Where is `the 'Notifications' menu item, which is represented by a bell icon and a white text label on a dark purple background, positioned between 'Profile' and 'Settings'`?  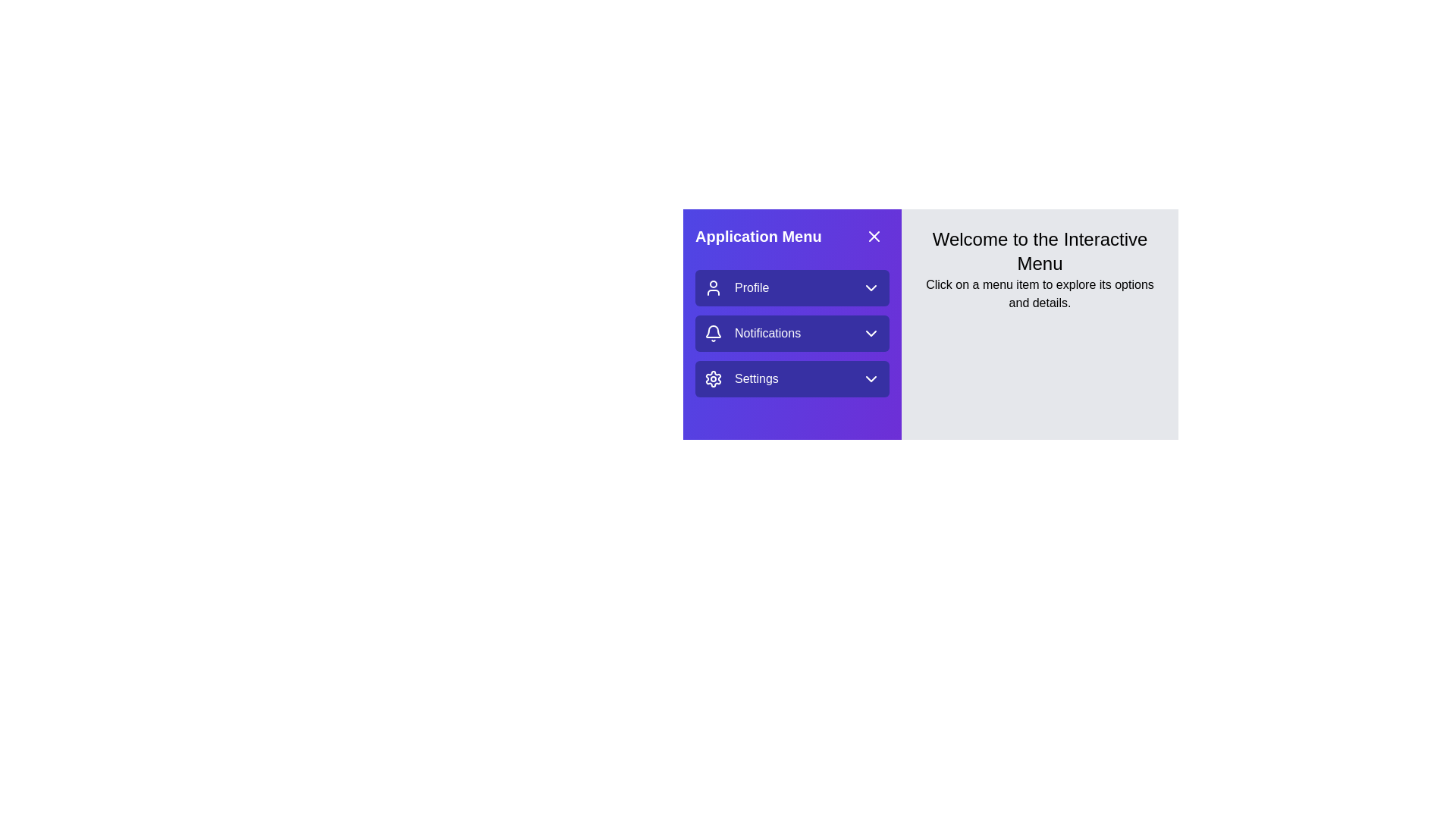
the 'Notifications' menu item, which is represented by a bell icon and a white text label on a dark purple background, positioned between 'Profile' and 'Settings' is located at coordinates (752, 332).